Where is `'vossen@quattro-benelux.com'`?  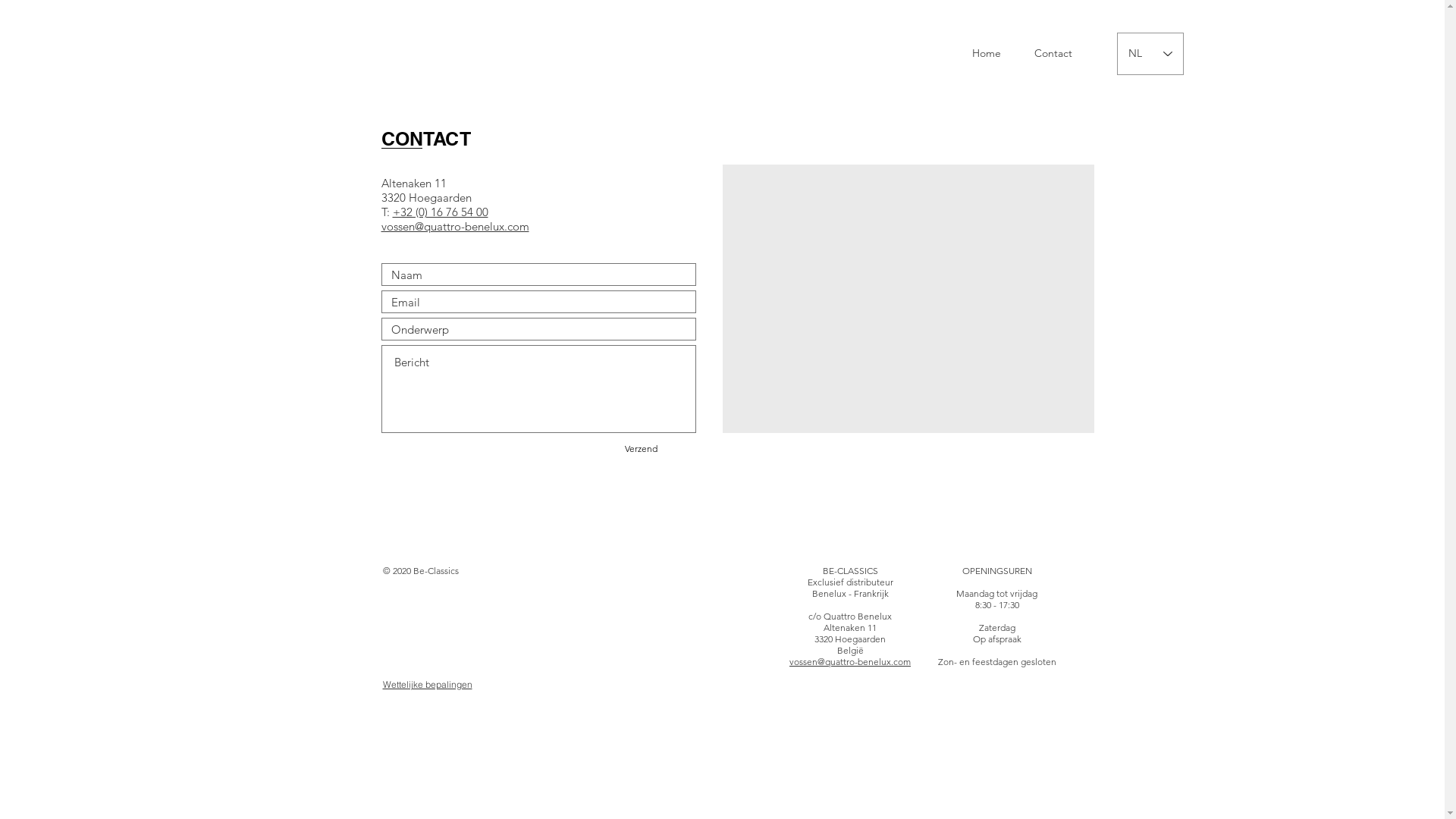 'vossen@quattro-benelux.com' is located at coordinates (453, 227).